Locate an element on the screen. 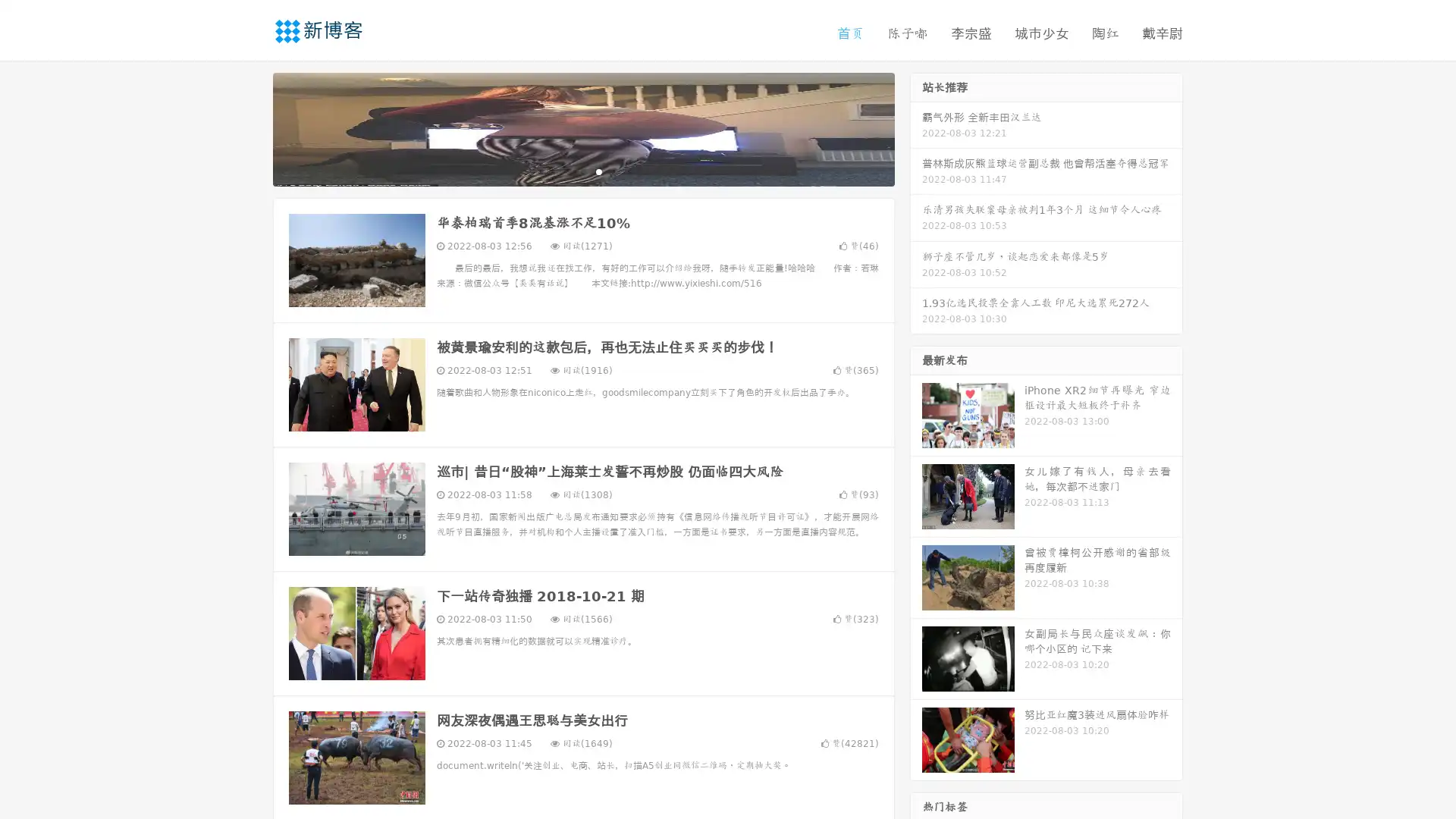 This screenshot has width=1456, height=819. Previous slide is located at coordinates (250, 127).